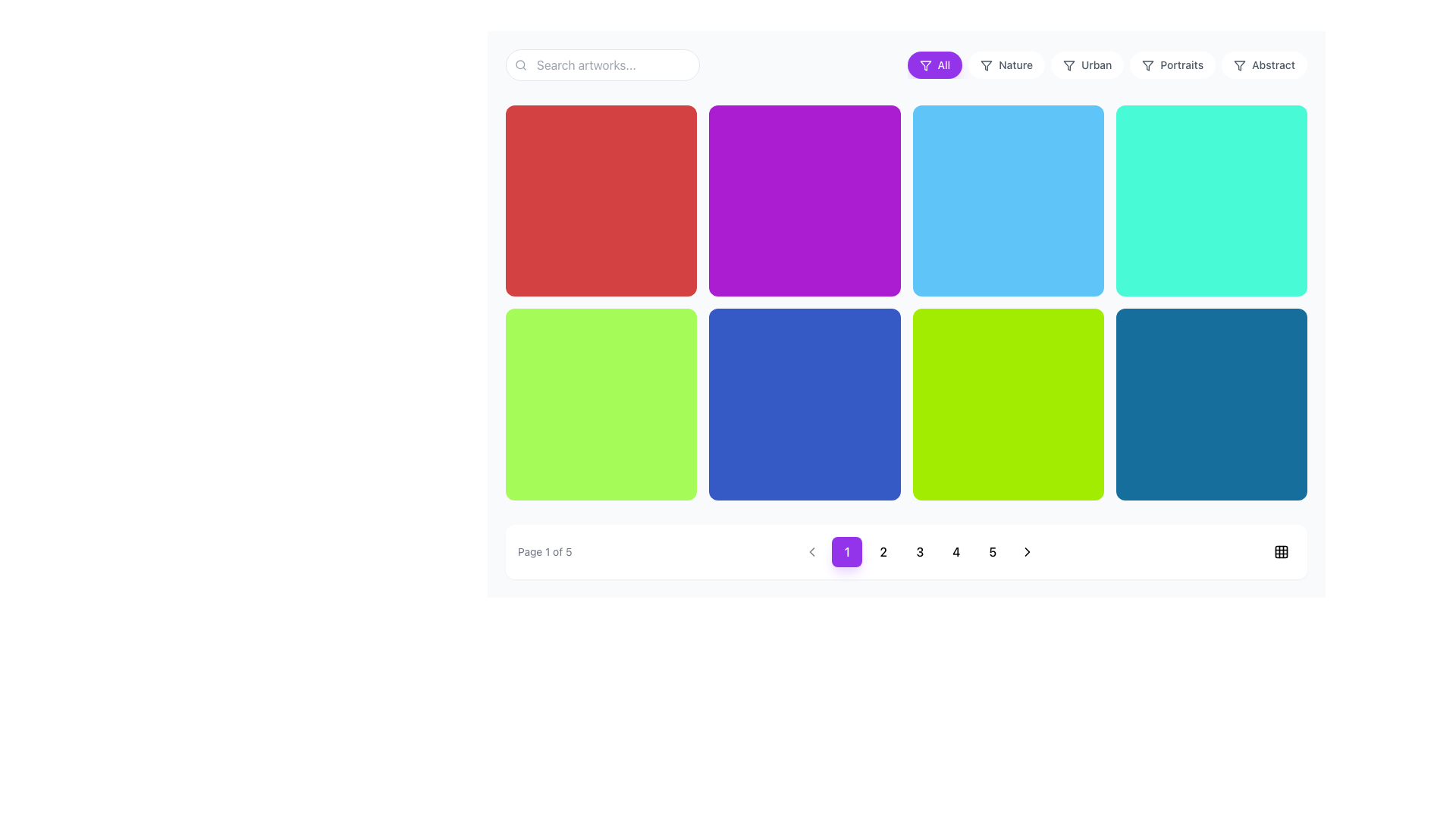  Describe the element at coordinates (1008, 200) in the screenshot. I see `the third card element in the grid layout, which serves as a visual representation or navigation point within the art gallery interface` at that location.